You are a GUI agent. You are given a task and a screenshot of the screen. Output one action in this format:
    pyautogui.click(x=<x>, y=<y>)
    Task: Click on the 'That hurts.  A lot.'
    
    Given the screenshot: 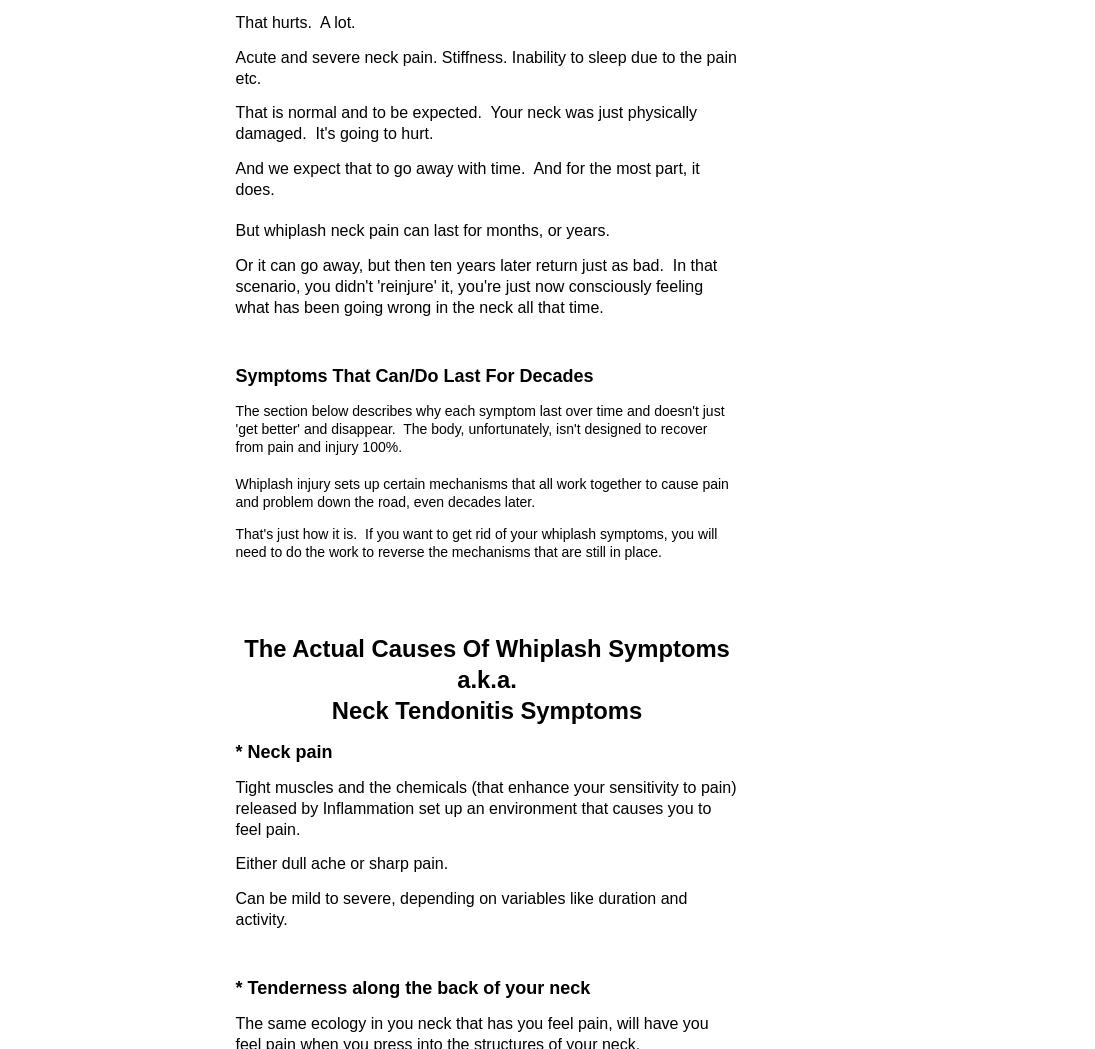 What is the action you would take?
    pyautogui.click(x=234, y=20)
    